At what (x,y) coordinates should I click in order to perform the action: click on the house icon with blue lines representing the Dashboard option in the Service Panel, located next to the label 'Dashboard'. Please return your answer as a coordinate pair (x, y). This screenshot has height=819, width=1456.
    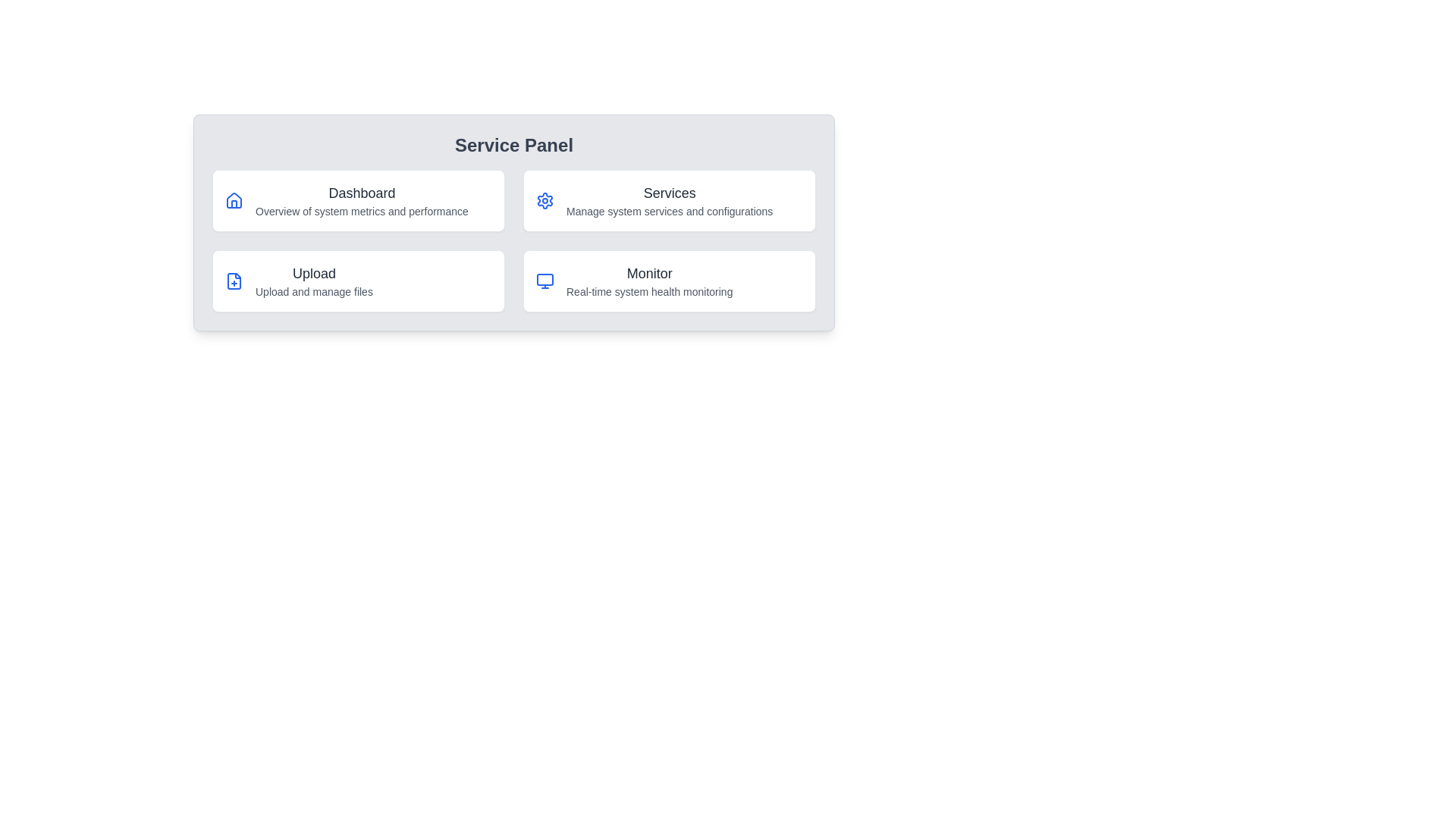
    Looking at the image, I should click on (233, 199).